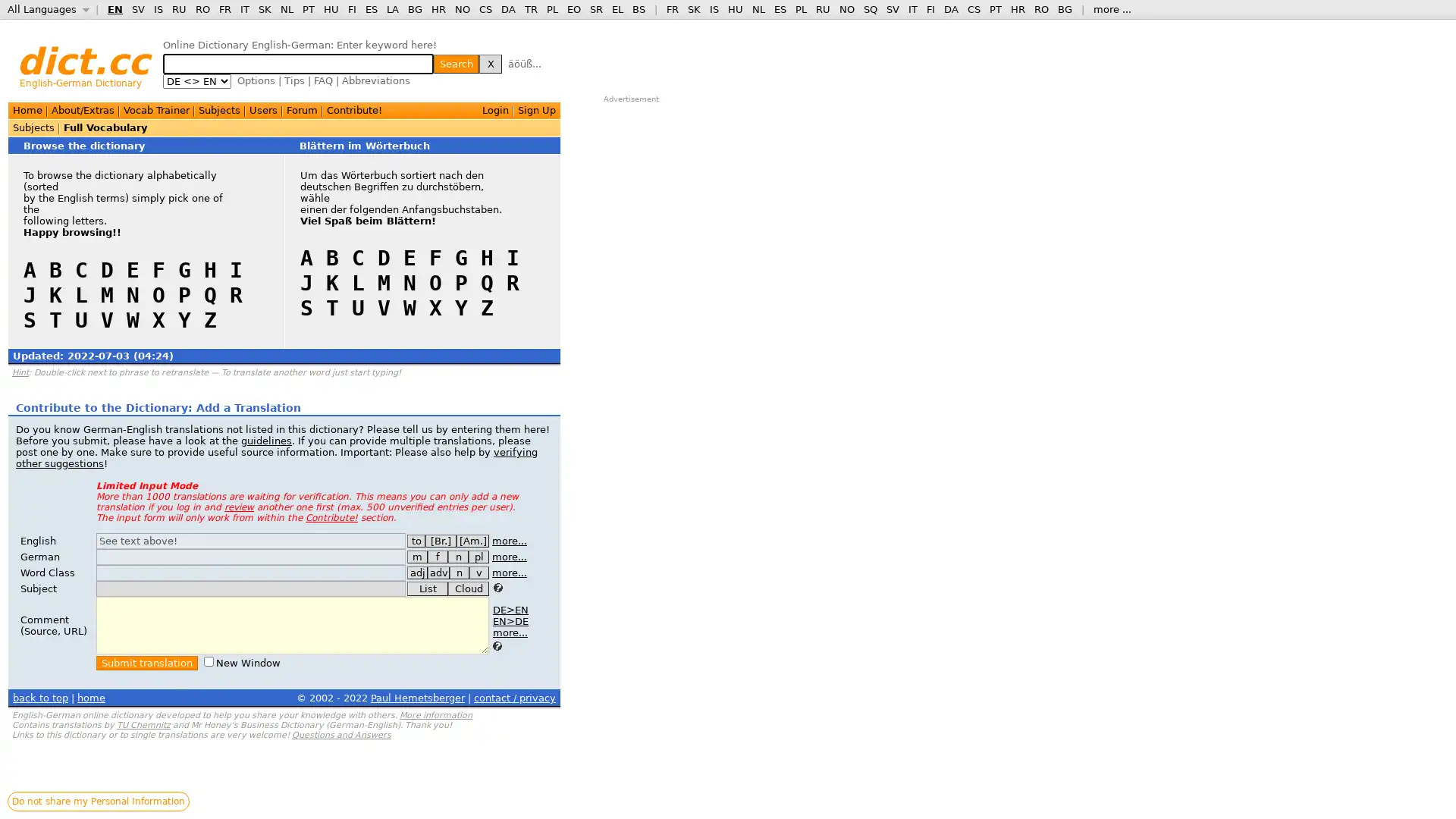 This screenshot has height=819, width=1456. Describe the element at coordinates (478, 557) in the screenshot. I see `pl` at that location.